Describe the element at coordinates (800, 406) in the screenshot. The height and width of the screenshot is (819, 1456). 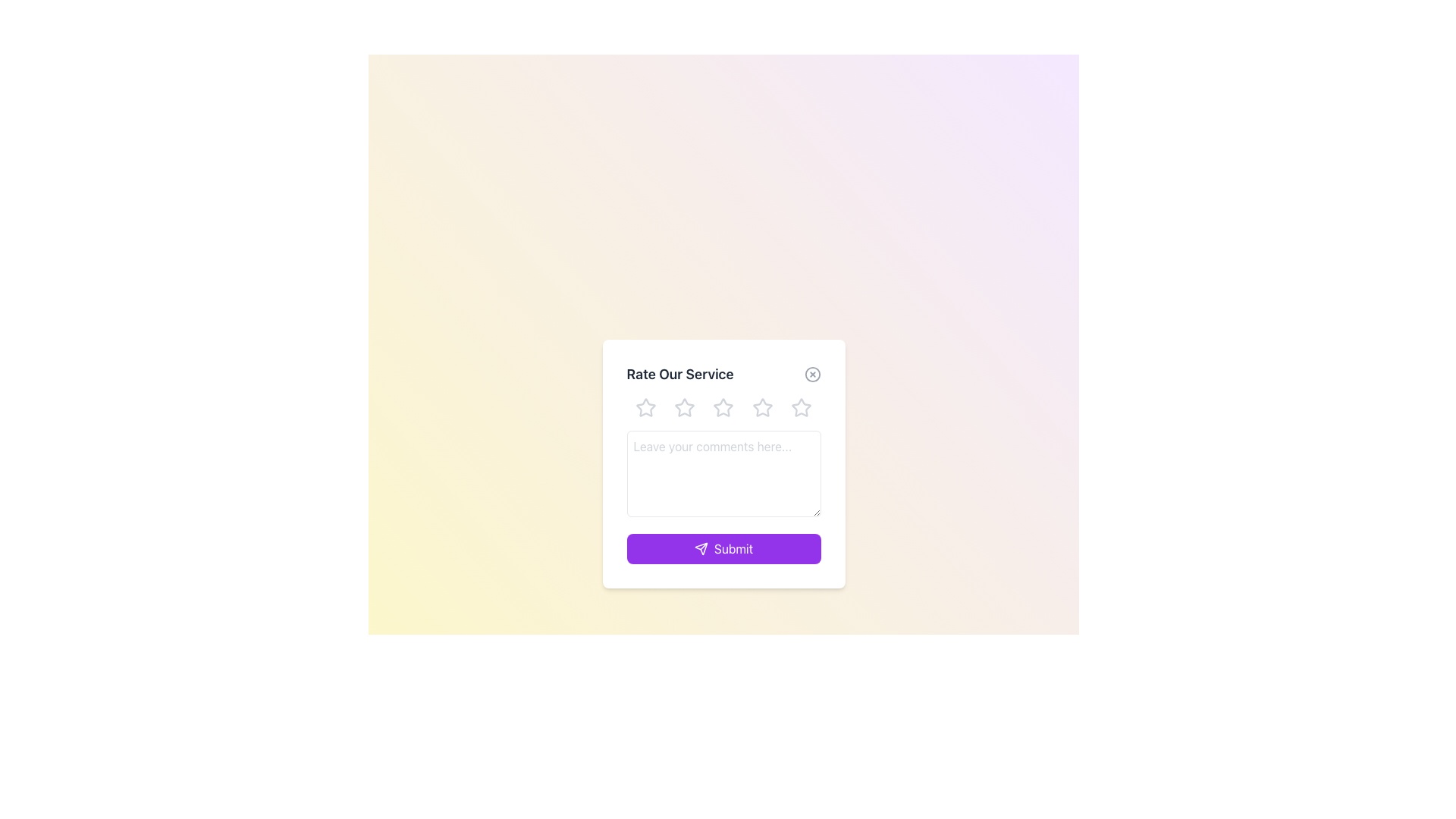
I see `the fifth star button in the feedback form popup` at that location.